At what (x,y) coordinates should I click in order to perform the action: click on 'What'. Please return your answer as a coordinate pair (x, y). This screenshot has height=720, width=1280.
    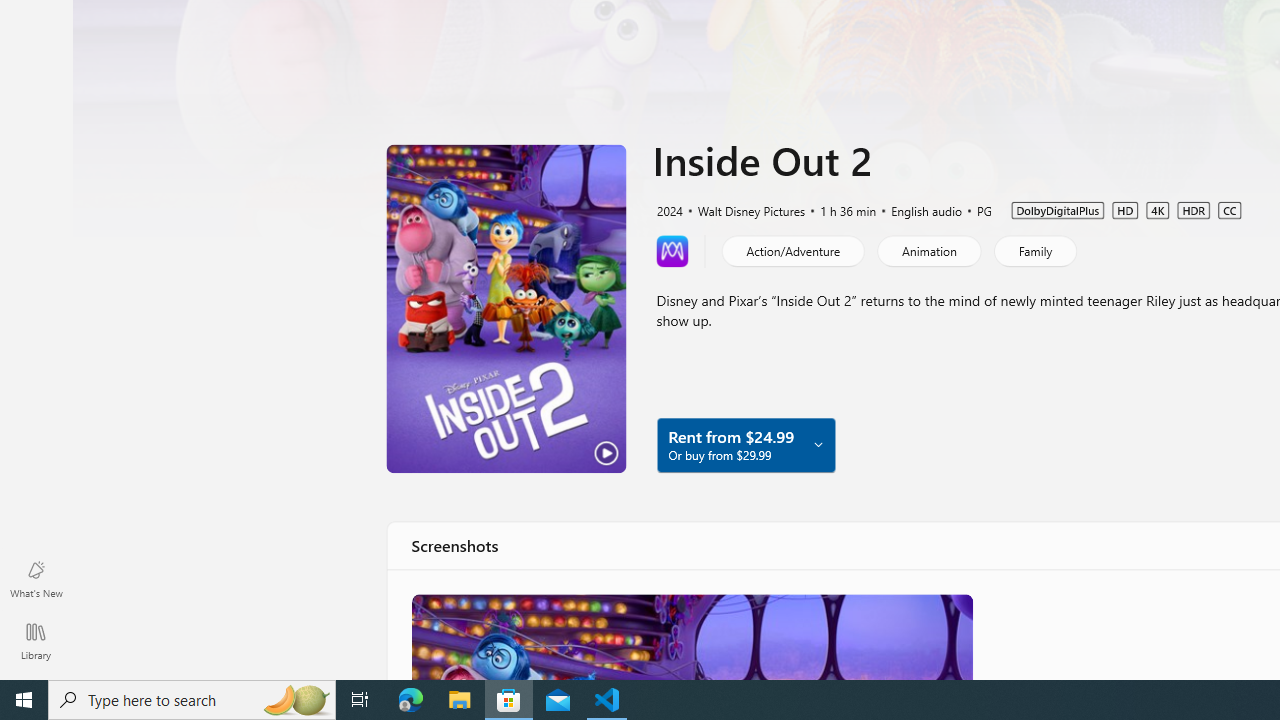
    Looking at the image, I should click on (35, 578).